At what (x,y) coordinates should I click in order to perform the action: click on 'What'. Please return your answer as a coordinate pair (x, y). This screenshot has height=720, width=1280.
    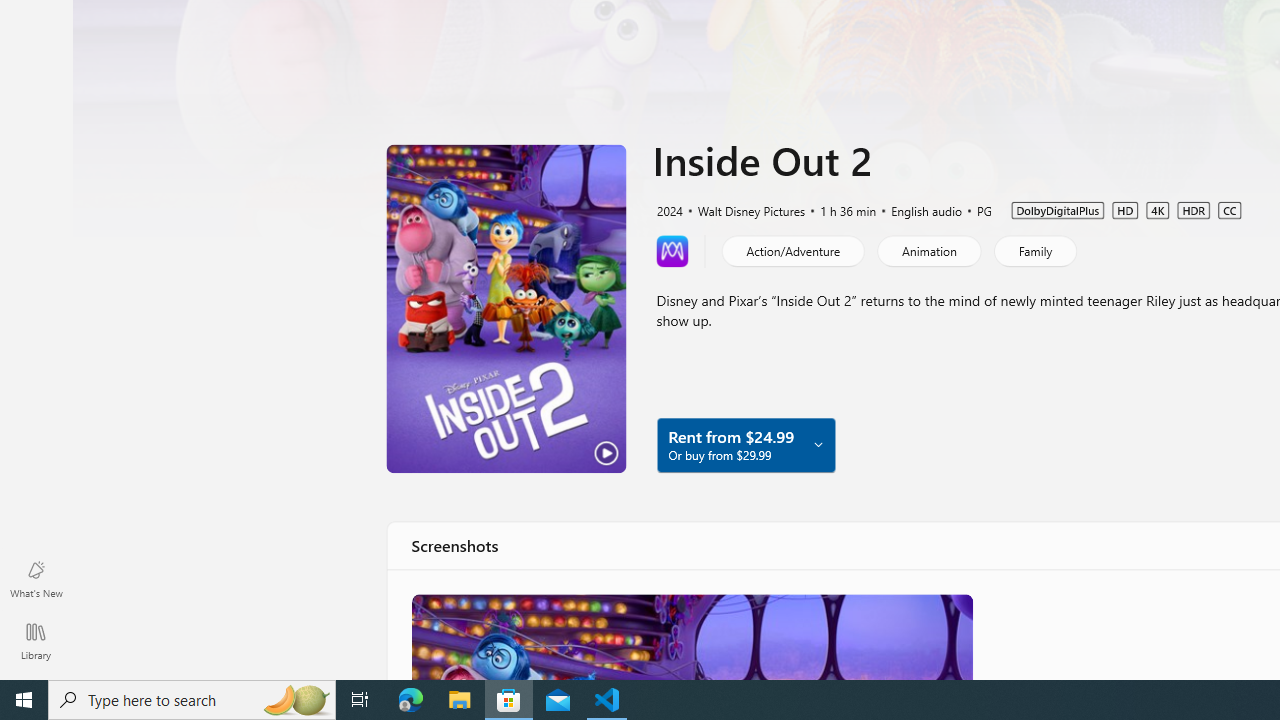
    Looking at the image, I should click on (35, 578).